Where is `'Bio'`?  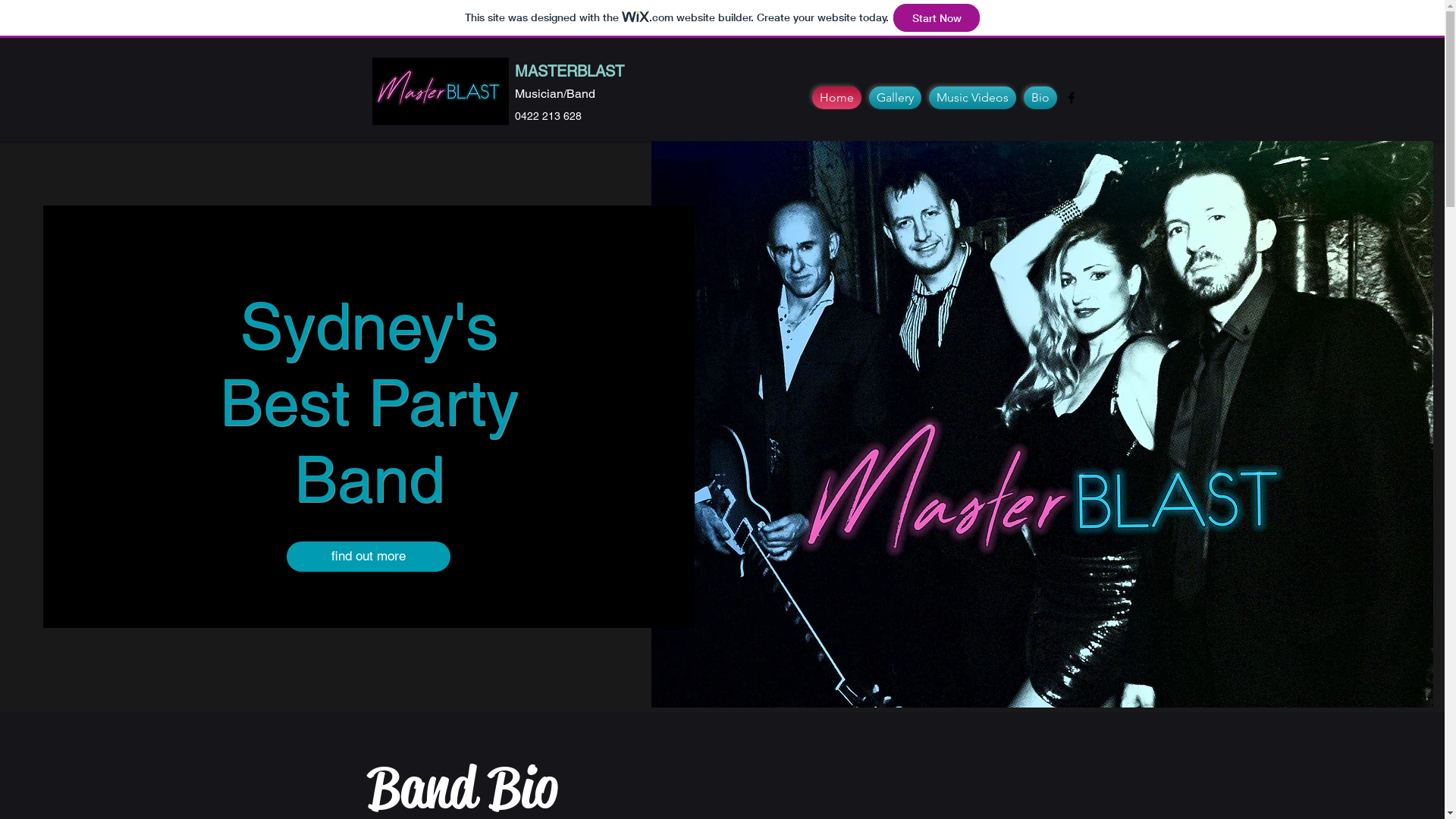
'Bio' is located at coordinates (1019, 97).